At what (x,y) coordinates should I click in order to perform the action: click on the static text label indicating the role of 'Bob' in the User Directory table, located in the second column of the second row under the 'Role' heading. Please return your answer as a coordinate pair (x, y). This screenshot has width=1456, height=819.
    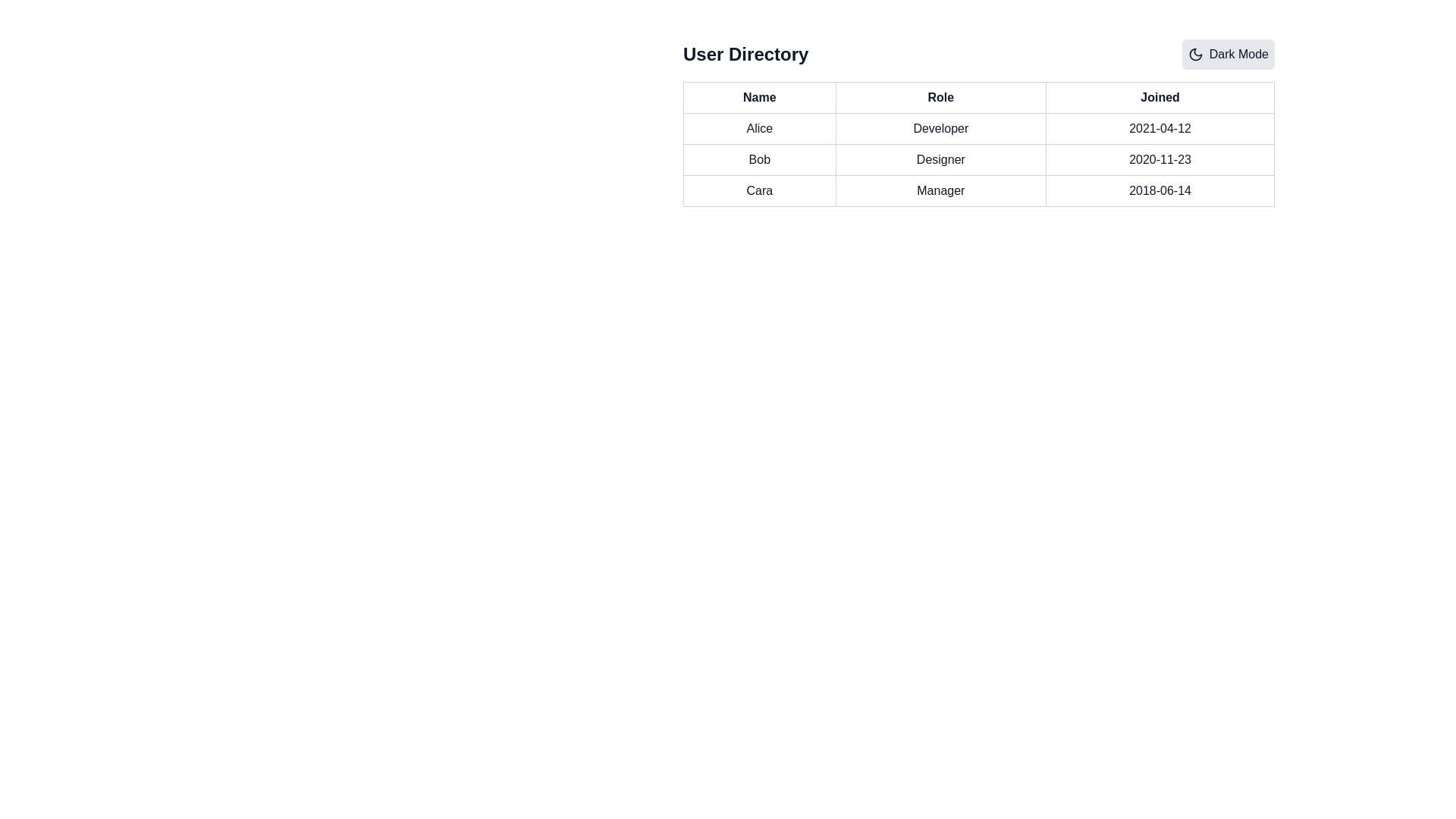
    Looking at the image, I should click on (940, 160).